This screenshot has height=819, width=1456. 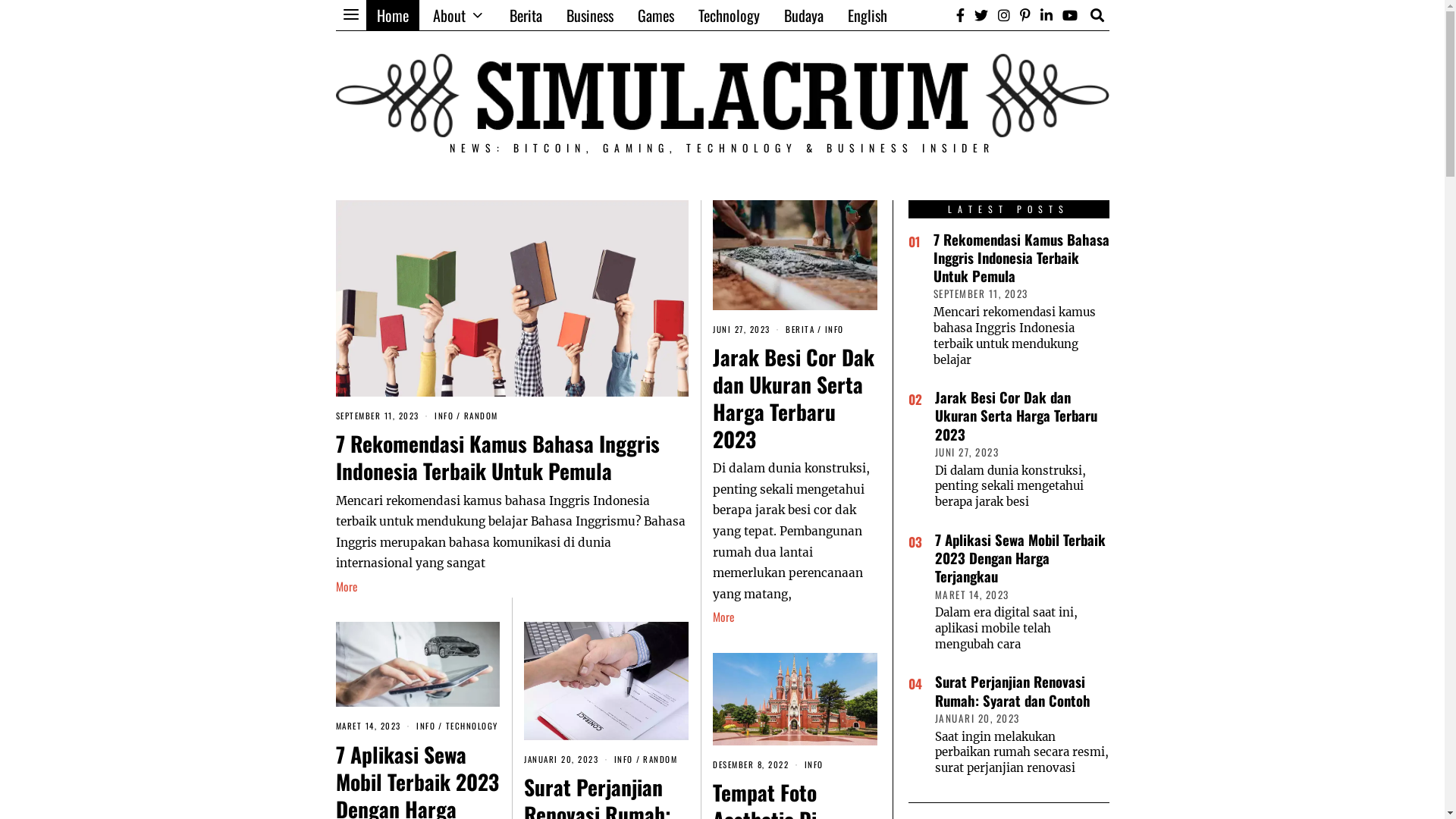 I want to click on 'Jarak Besi Cor Dak dan Ukuran Serta Harga Terbaru 2023', so click(x=934, y=415).